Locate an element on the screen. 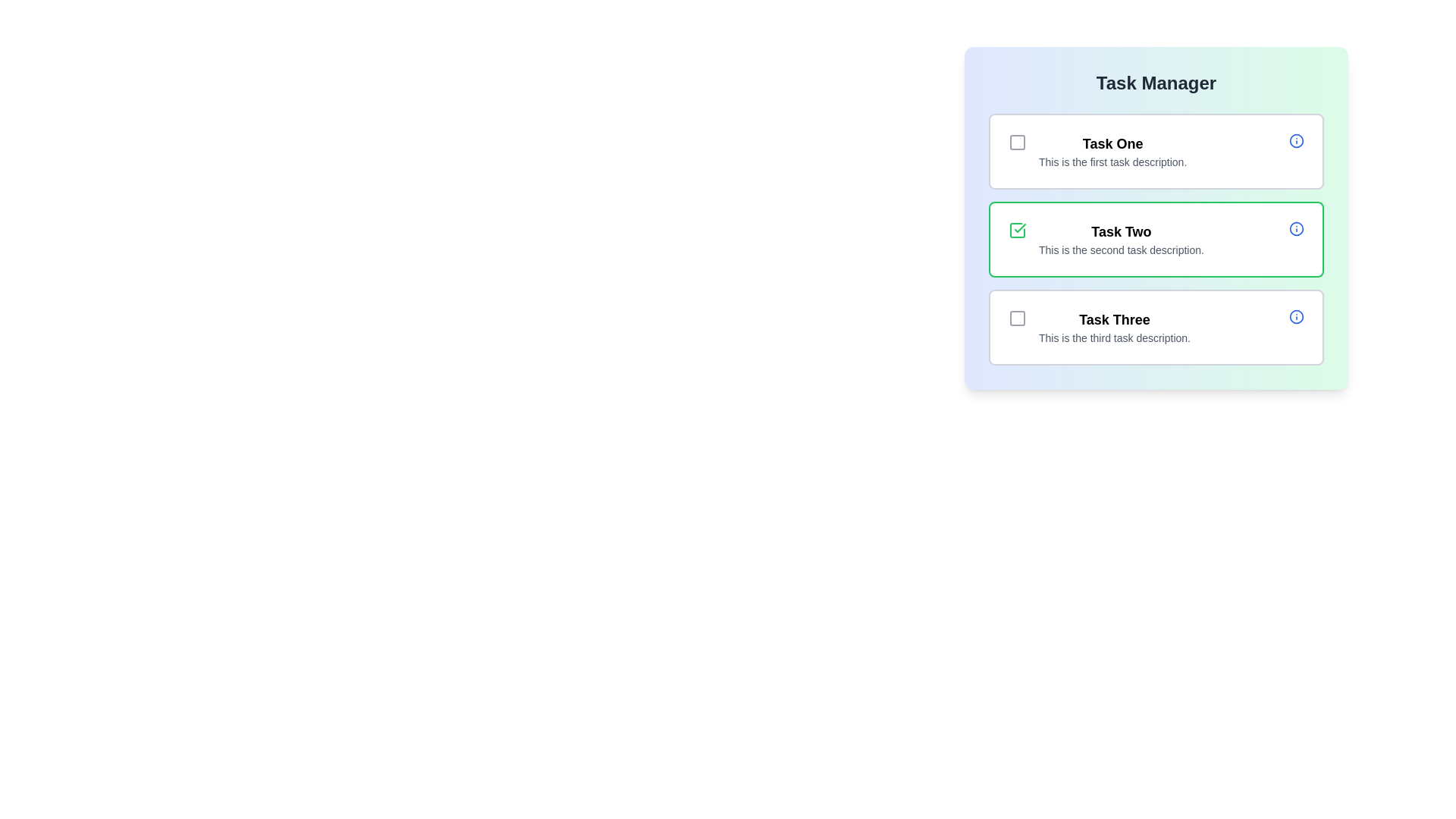  the bold text label displaying 'Task One', which is positioned beneath the checkbox and above the task description is located at coordinates (1112, 143).